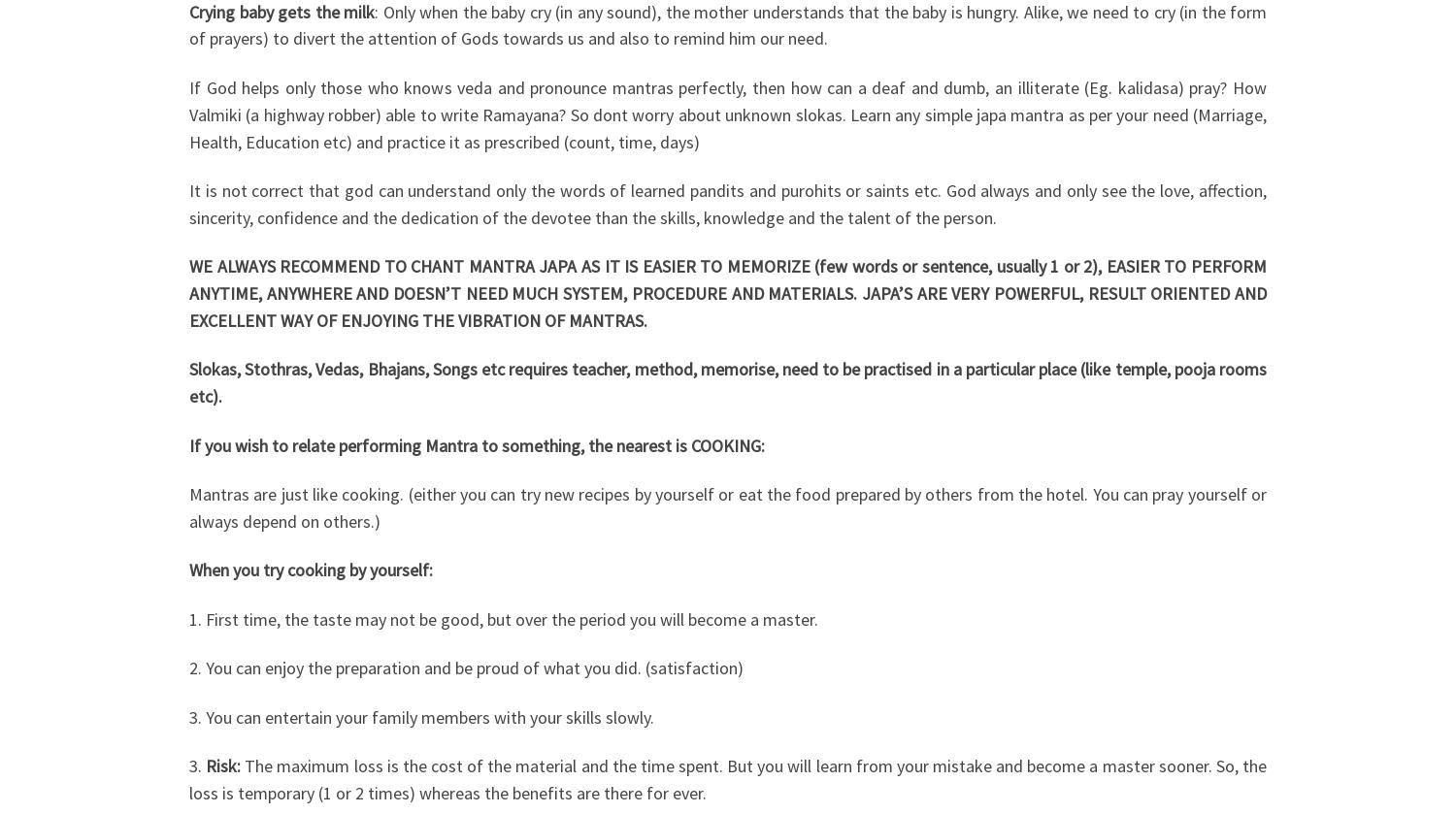 Image resolution: width=1456 pixels, height=814 pixels. What do you see at coordinates (281, 11) in the screenshot?
I see `'Crying baby gets the milk'` at bounding box center [281, 11].